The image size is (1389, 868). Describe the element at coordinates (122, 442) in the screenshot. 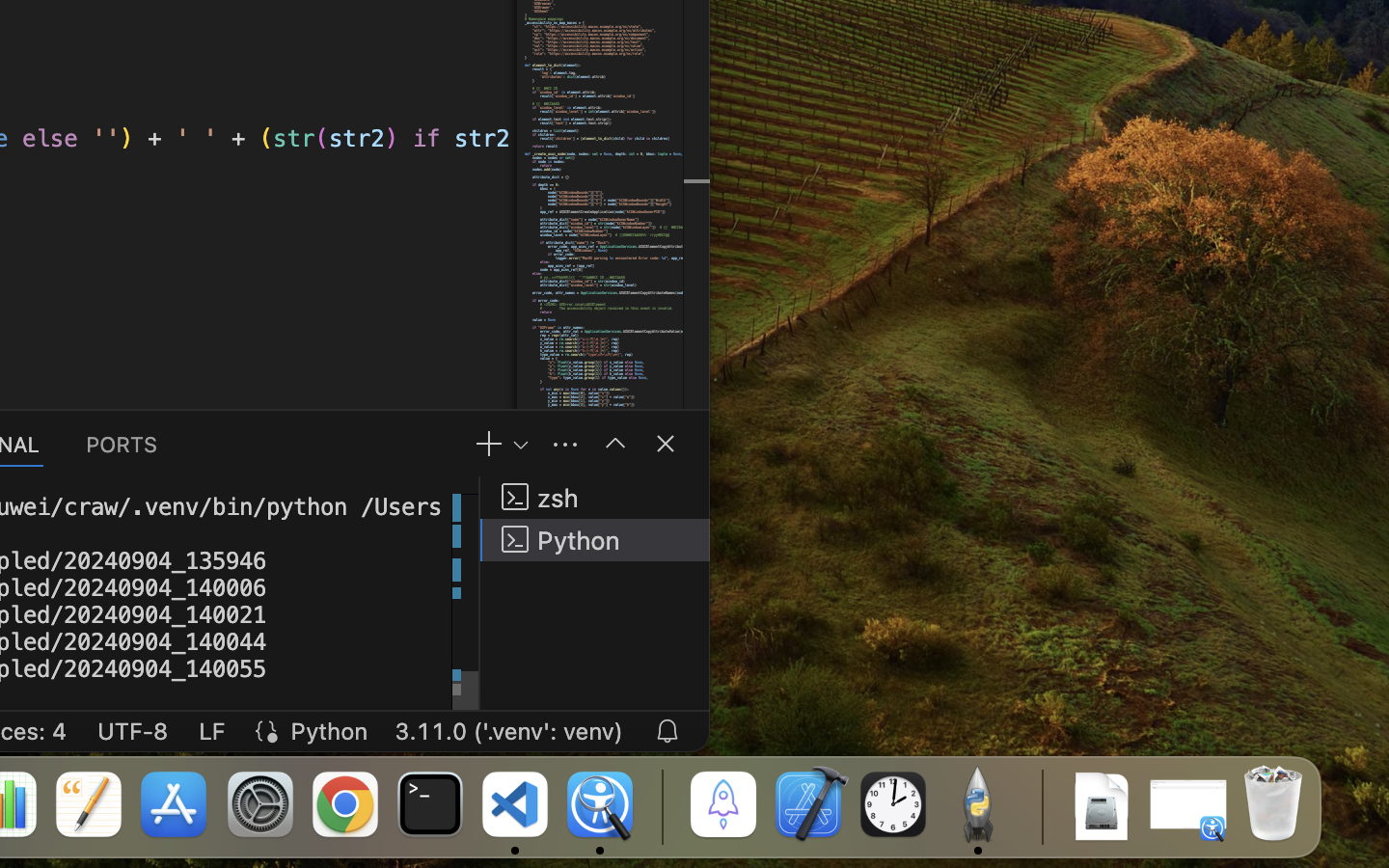

I see `'0 PORTS'` at that location.